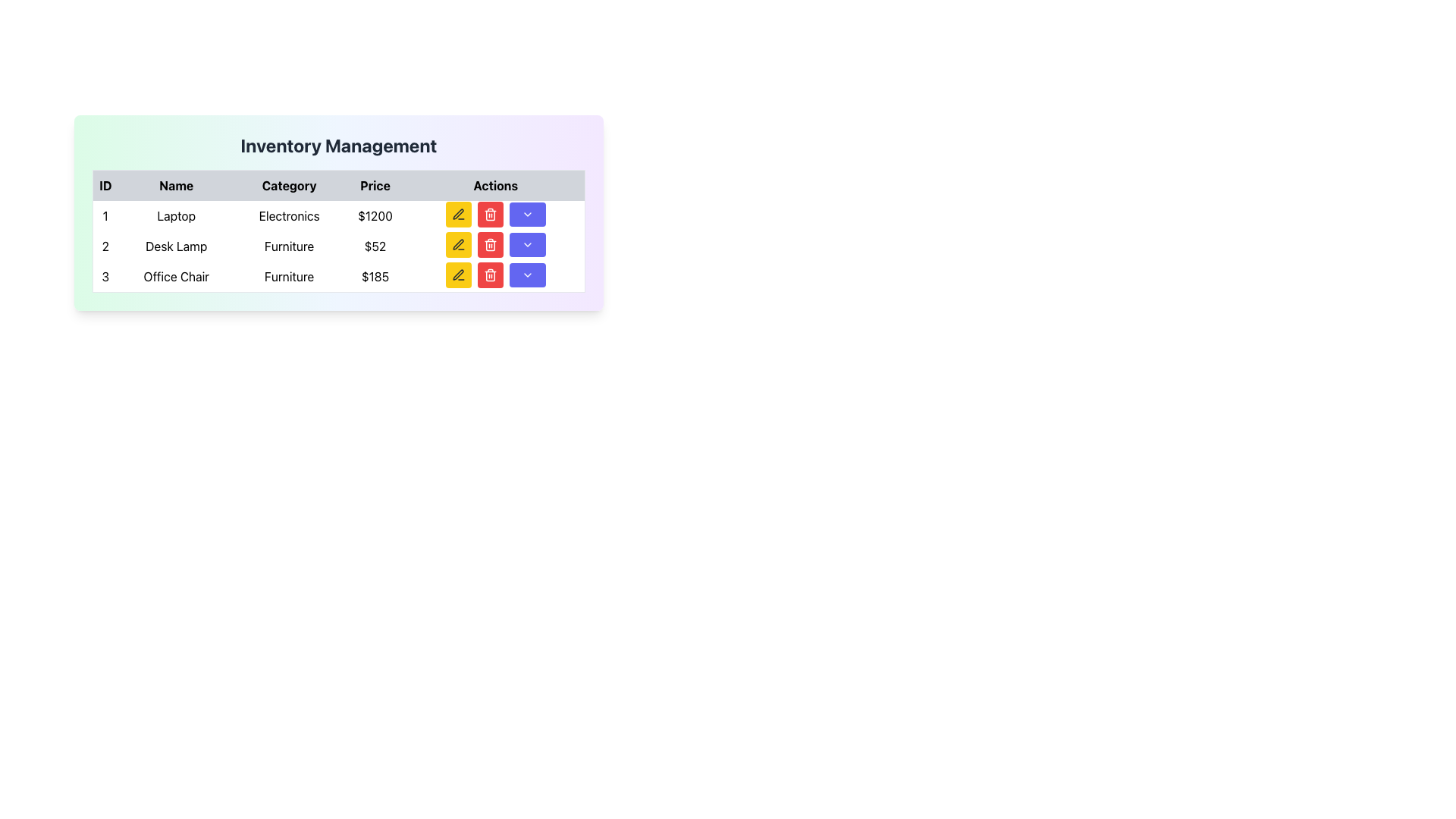 The width and height of the screenshot is (1456, 819). I want to click on the red square button with a white trash can icon, so click(490, 244).